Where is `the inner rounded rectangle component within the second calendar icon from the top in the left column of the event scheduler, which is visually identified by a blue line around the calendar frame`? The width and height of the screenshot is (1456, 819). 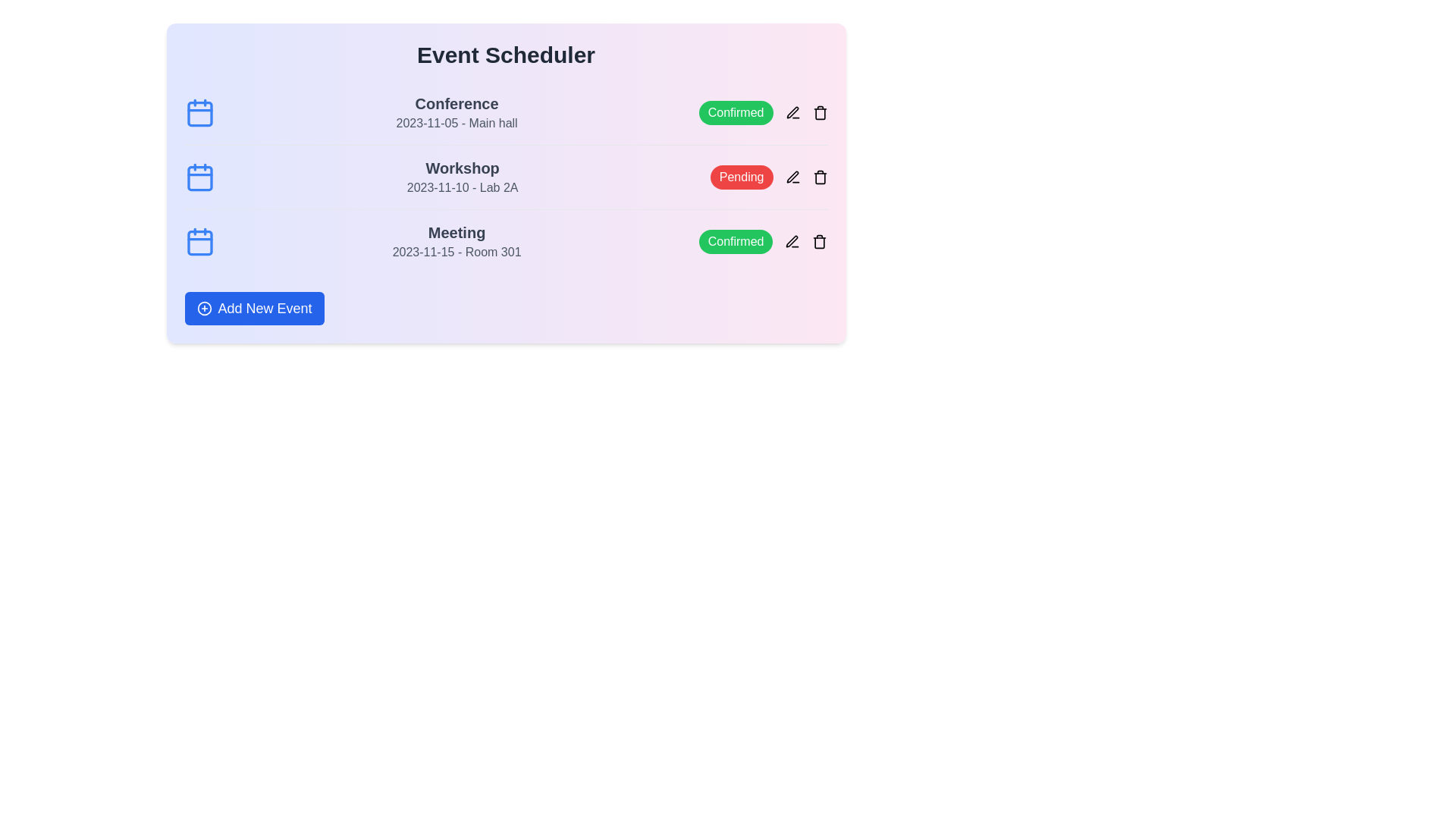
the inner rounded rectangle component within the second calendar icon from the top in the left column of the event scheduler, which is visually identified by a blue line around the calendar frame is located at coordinates (199, 177).